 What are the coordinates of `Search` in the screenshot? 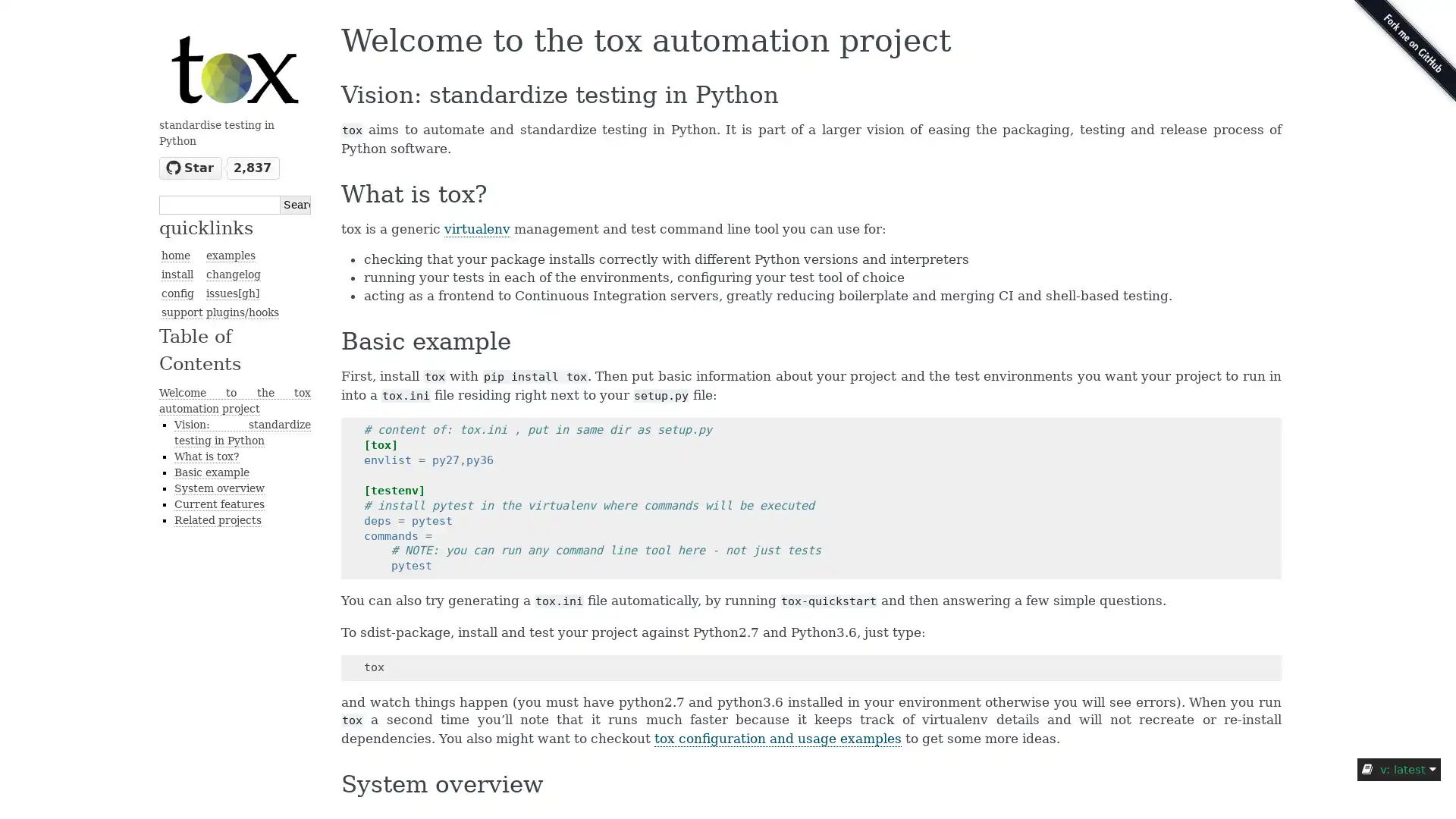 It's located at (295, 203).